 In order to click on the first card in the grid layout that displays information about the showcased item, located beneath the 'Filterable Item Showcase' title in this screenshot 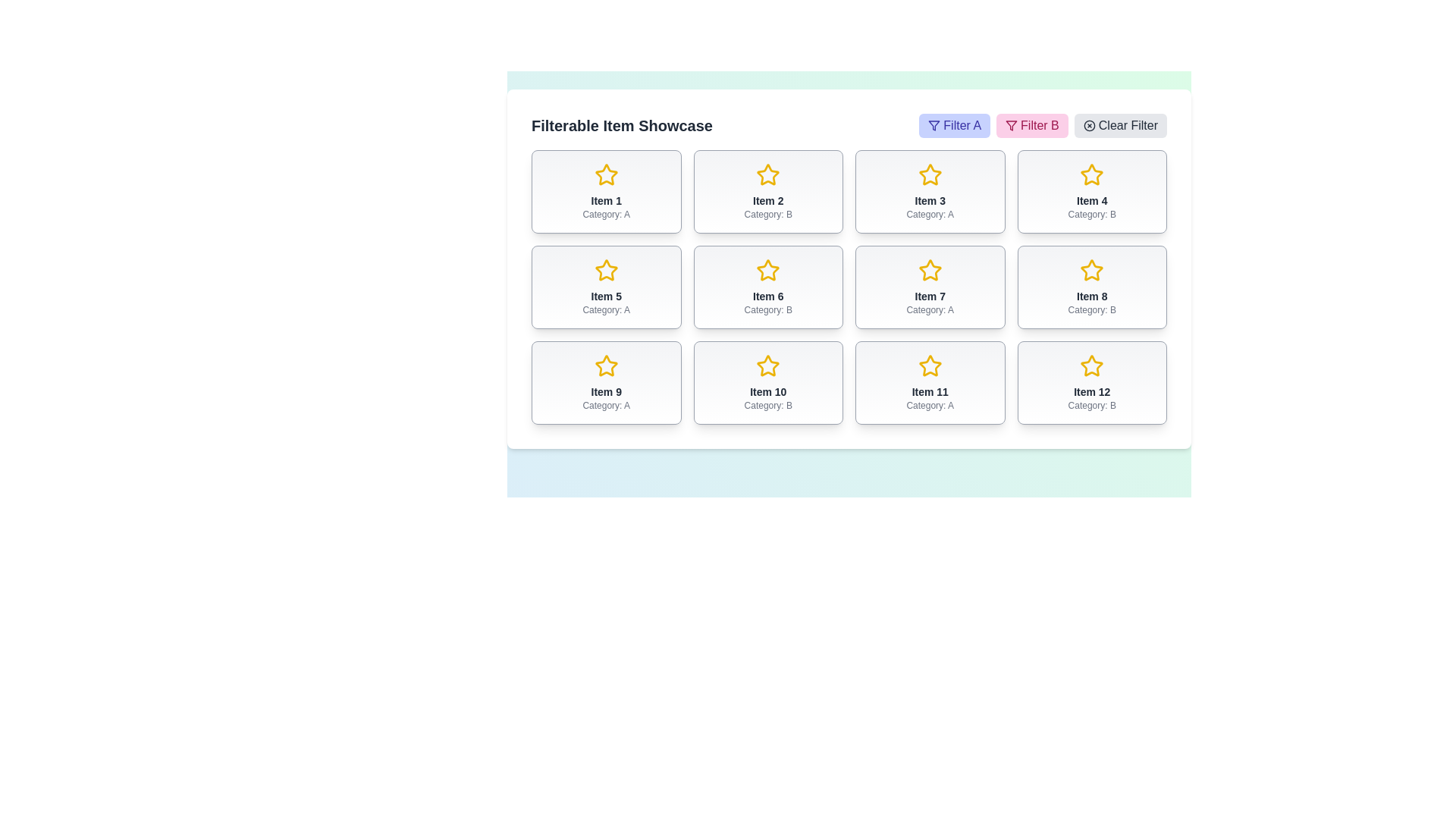, I will do `click(605, 191)`.